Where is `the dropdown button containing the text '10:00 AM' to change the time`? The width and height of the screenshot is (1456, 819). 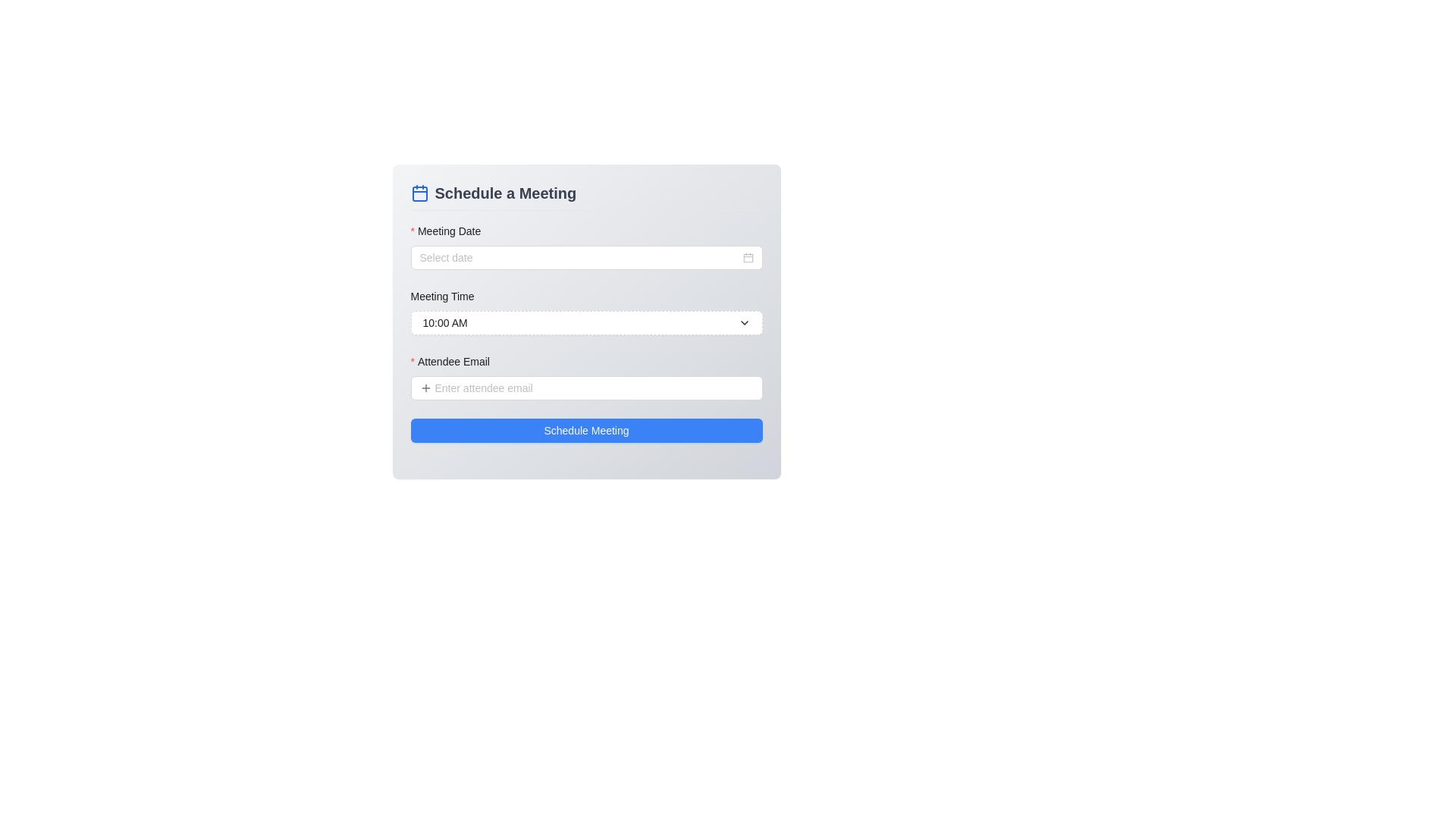
the dropdown button containing the text '10:00 AM' to change the time is located at coordinates (444, 322).